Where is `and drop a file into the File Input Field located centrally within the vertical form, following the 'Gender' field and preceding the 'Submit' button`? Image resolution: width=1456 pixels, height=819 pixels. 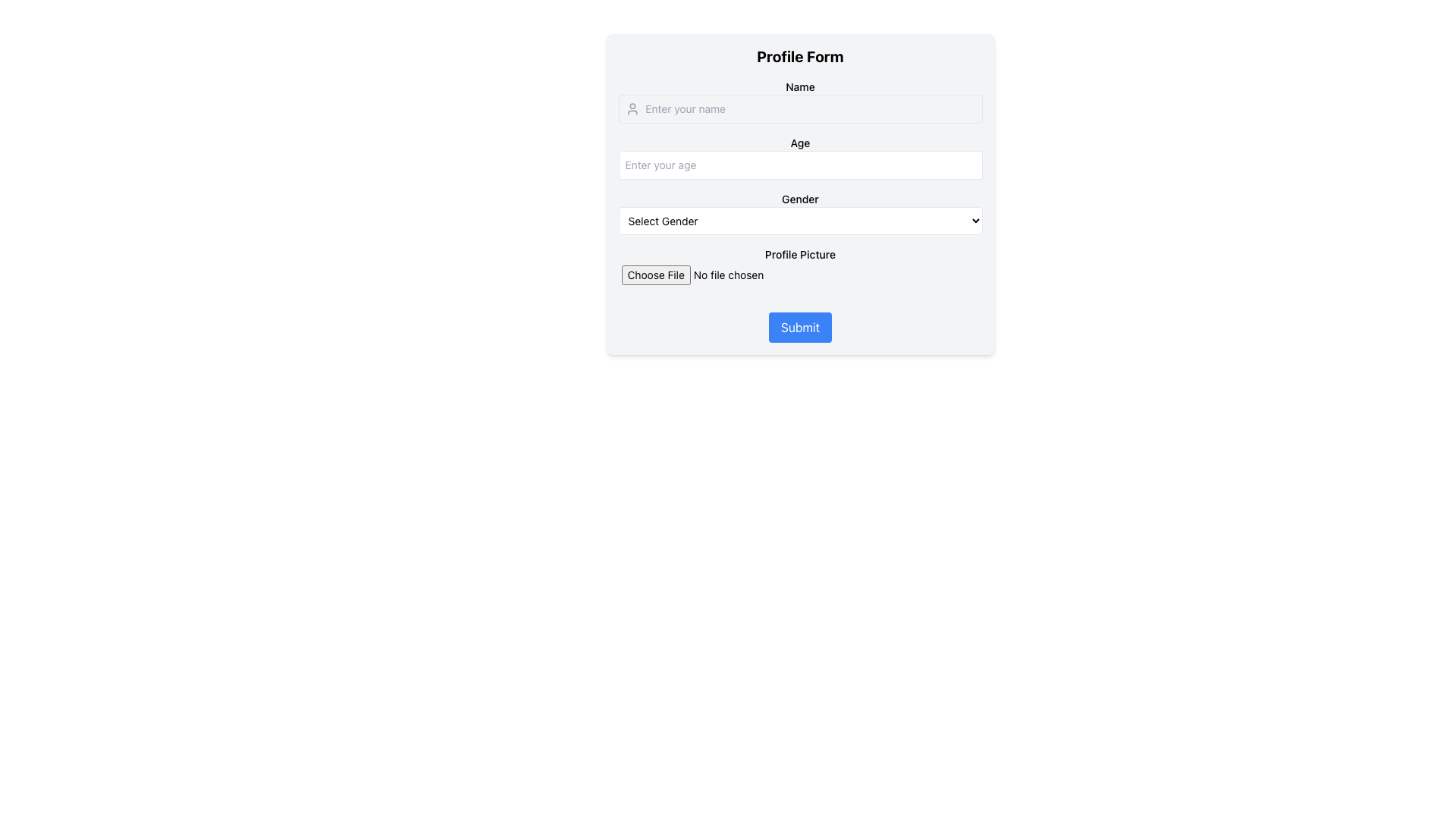
and drop a file into the File Input Field located centrally within the vertical form, following the 'Gender' field and preceding the 'Submit' button is located at coordinates (799, 267).